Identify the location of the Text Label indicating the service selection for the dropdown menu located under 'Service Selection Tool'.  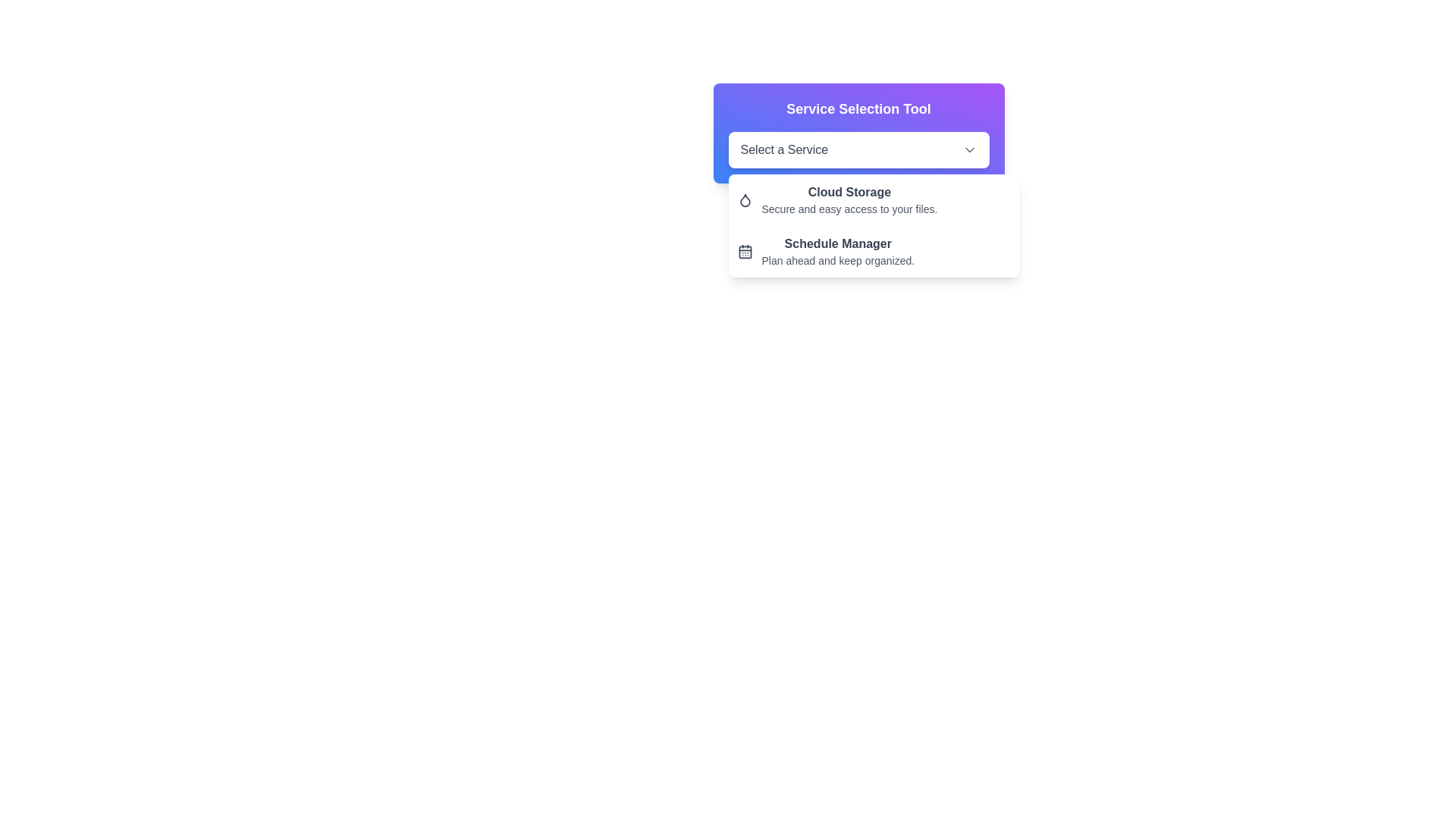
(784, 149).